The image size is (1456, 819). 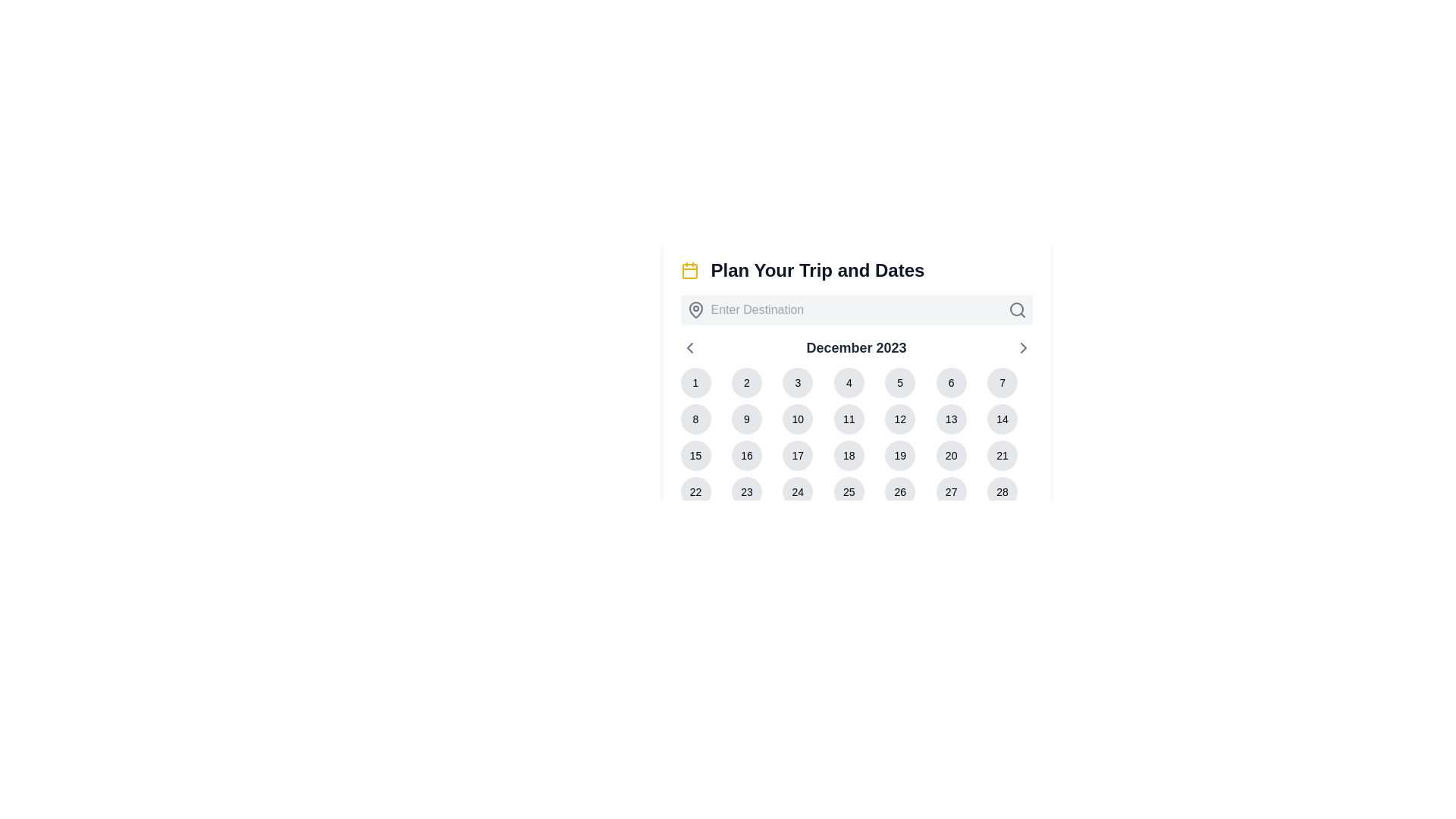 I want to click on the small circular button with a light gray background and black text '13', so click(x=950, y=419).